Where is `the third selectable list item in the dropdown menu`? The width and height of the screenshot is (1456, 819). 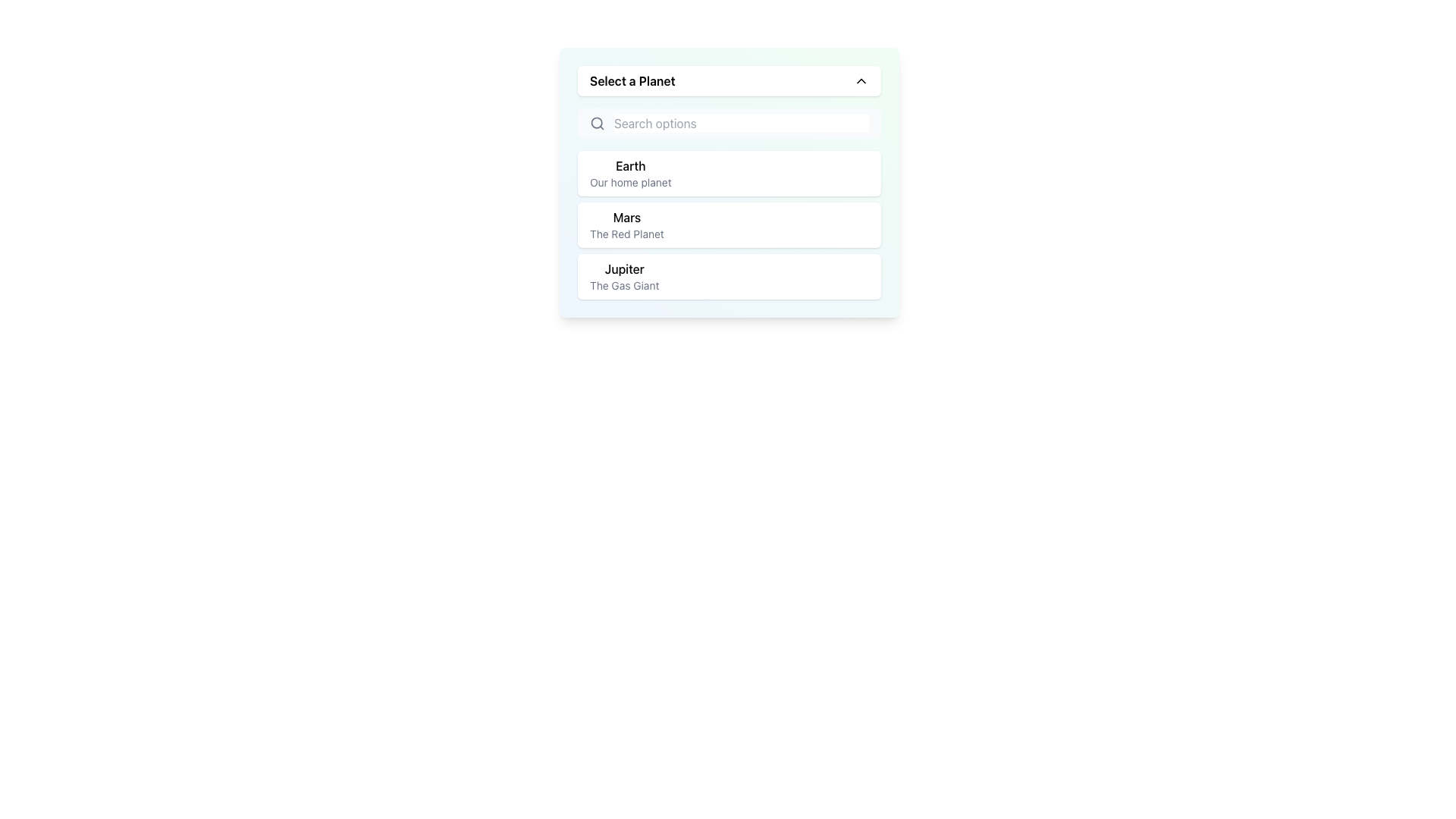
the third selectable list item in the dropdown menu is located at coordinates (729, 277).